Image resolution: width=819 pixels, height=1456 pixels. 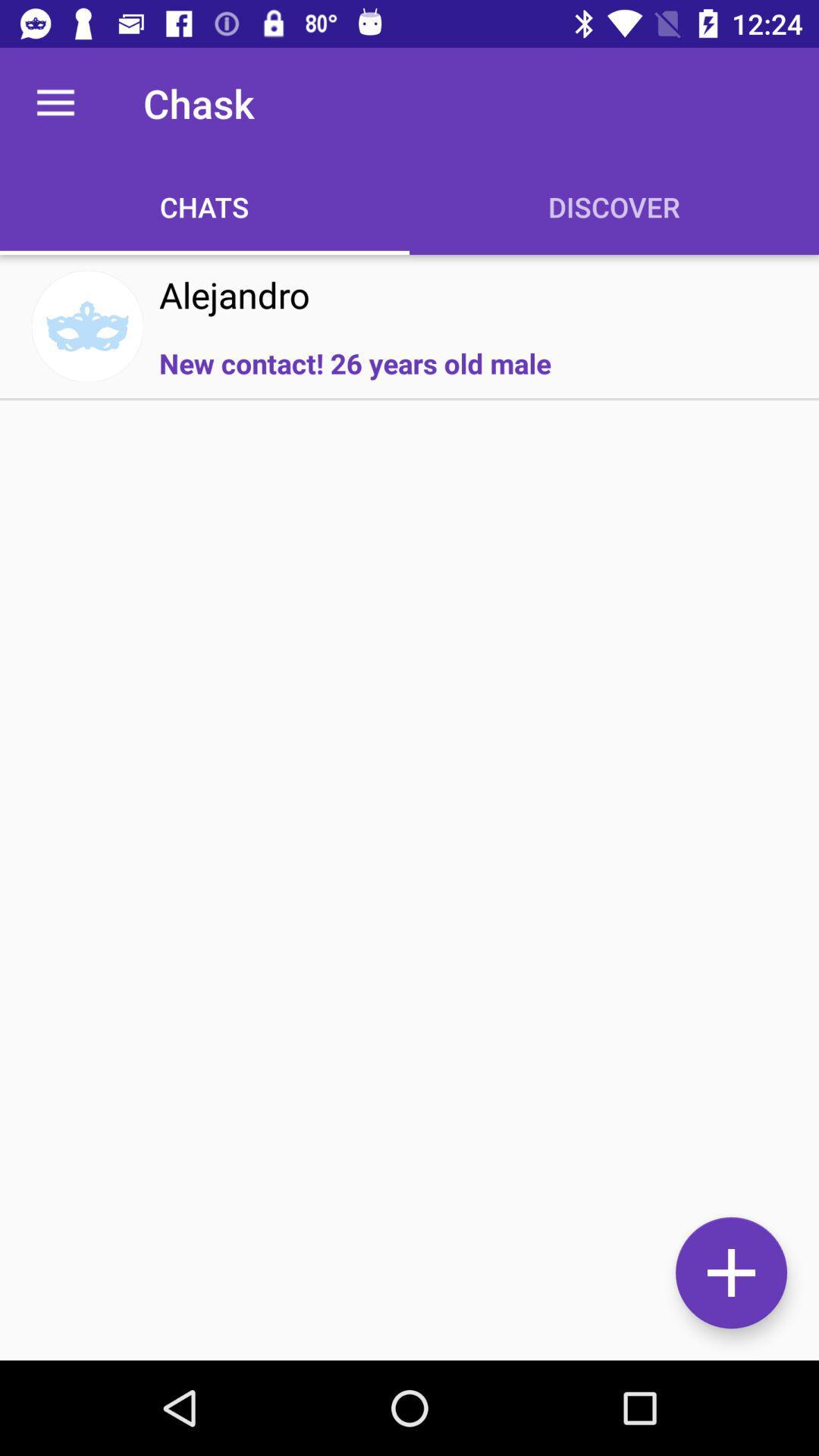 I want to click on the item below discover, so click(x=730, y=1272).